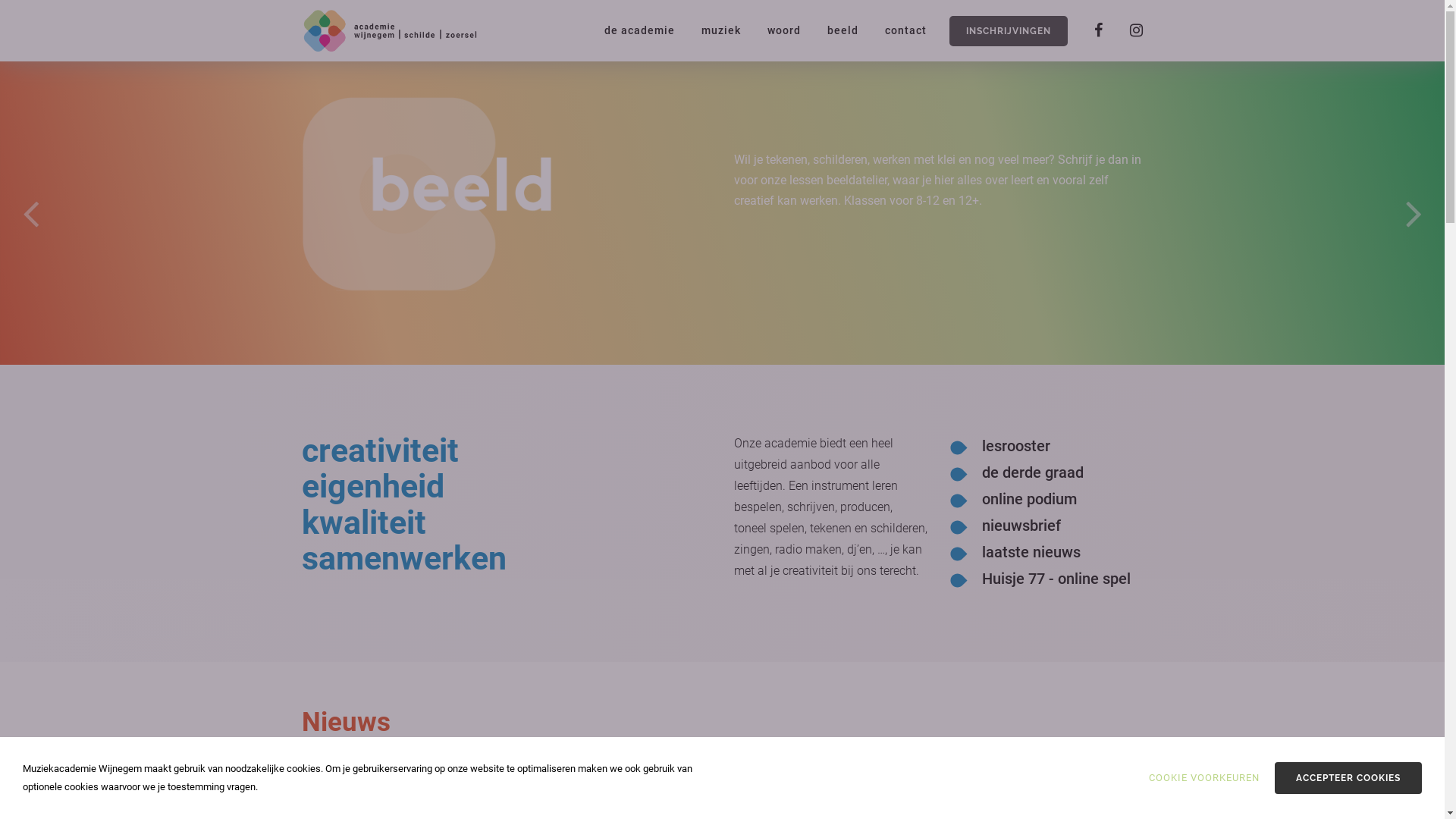 The width and height of the screenshot is (1456, 819). What do you see at coordinates (1031, 472) in the screenshot?
I see `'de derde graad'` at bounding box center [1031, 472].